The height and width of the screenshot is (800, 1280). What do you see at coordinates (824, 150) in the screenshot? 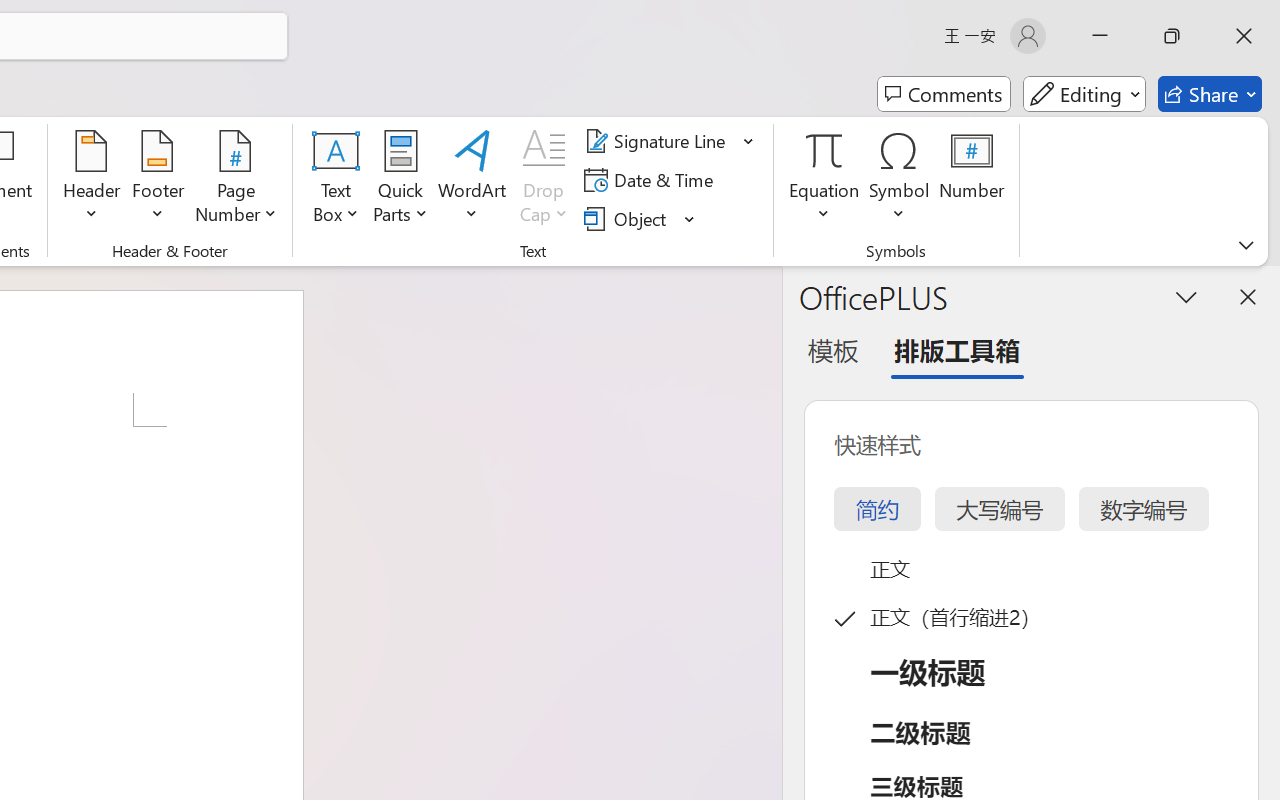
I see `'Equation'` at bounding box center [824, 150].